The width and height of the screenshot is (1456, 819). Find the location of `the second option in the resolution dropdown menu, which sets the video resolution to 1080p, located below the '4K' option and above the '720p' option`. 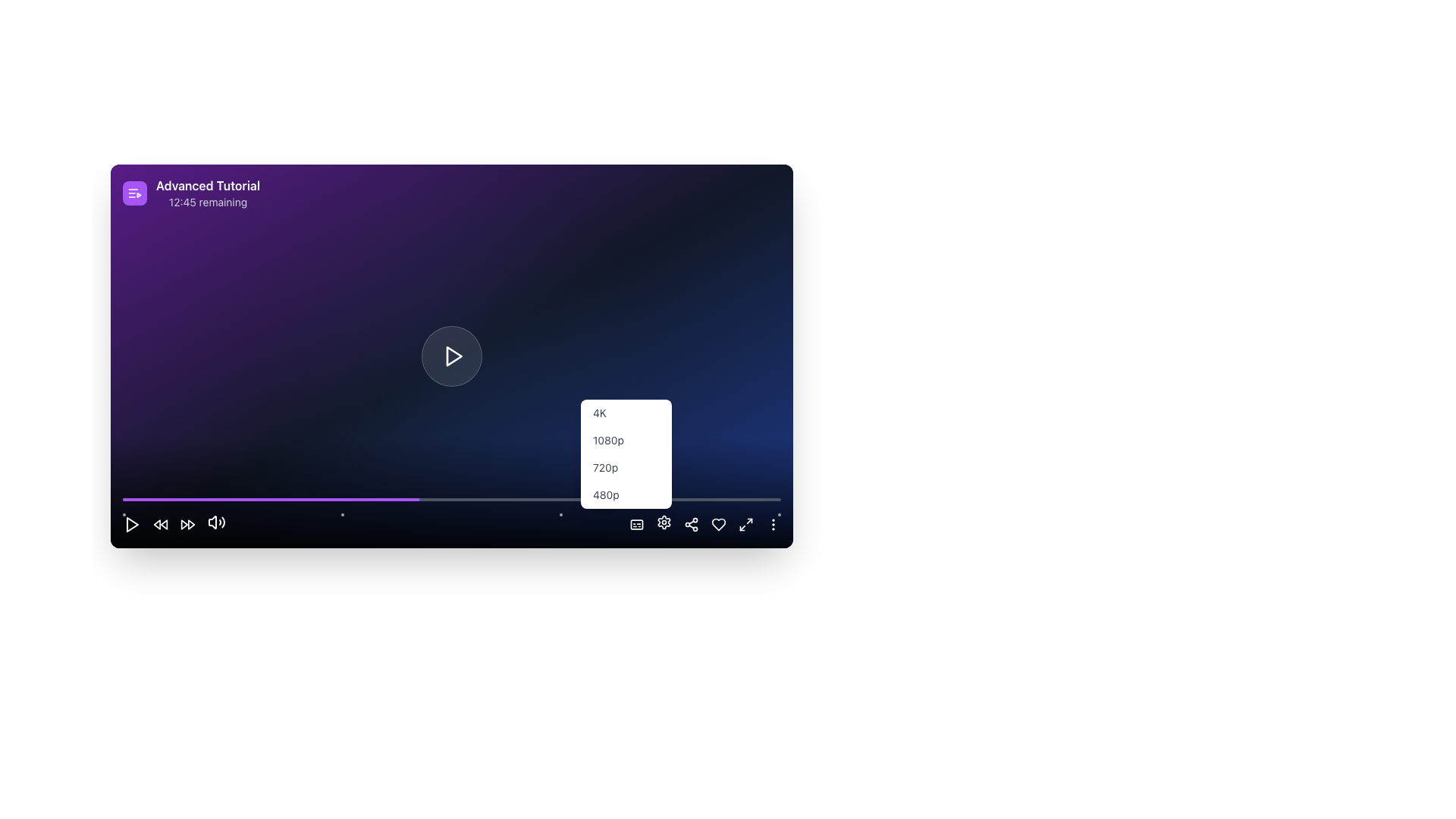

the second option in the resolution dropdown menu, which sets the video resolution to 1080p, located below the '4K' option and above the '720p' option is located at coordinates (626, 441).